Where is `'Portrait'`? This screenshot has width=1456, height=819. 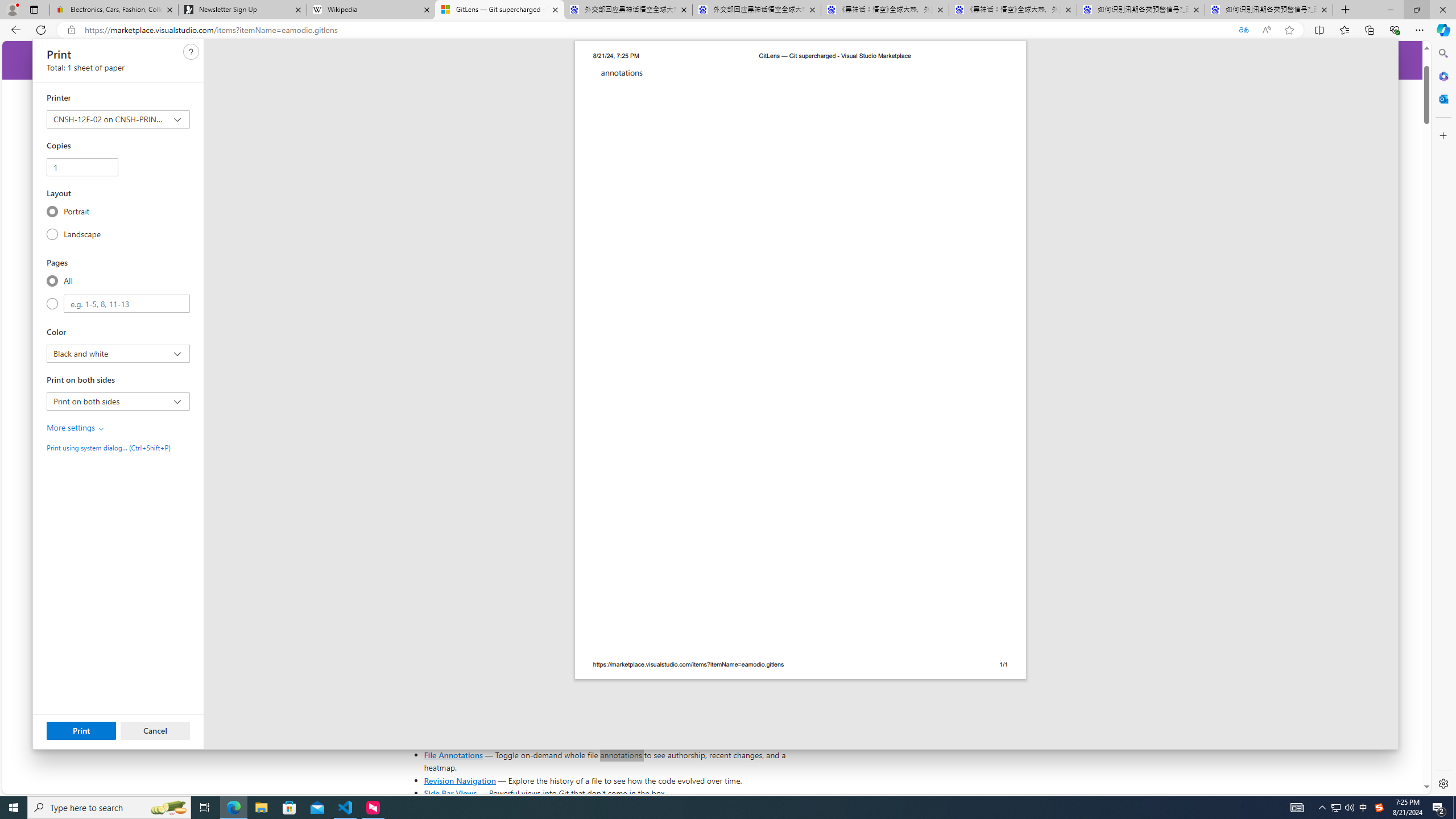 'Portrait' is located at coordinates (52, 211).